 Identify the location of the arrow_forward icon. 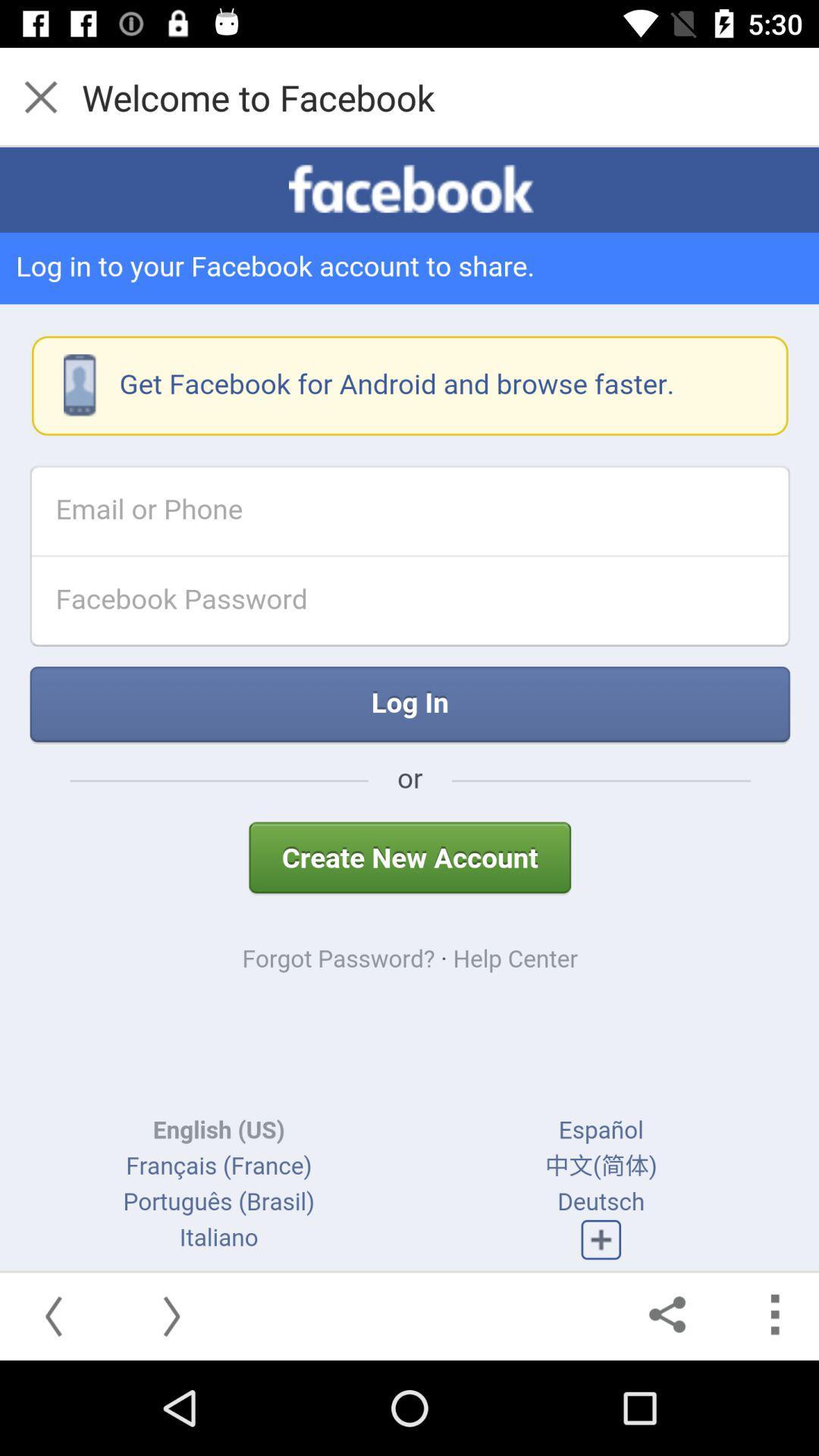
(170, 1314).